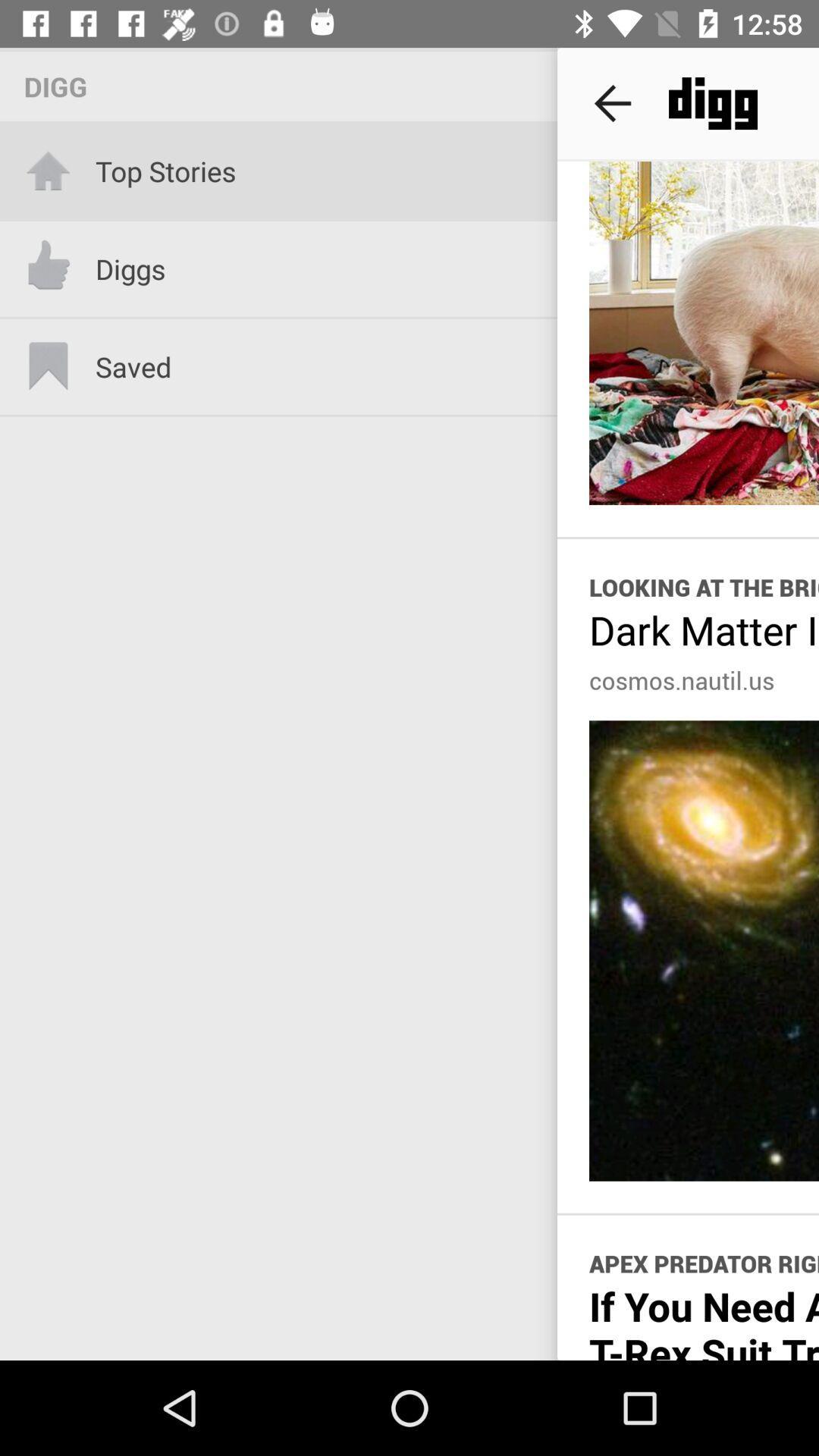 This screenshot has height=1456, width=819. What do you see at coordinates (681, 679) in the screenshot?
I see `the icon below the dark matter is` at bounding box center [681, 679].